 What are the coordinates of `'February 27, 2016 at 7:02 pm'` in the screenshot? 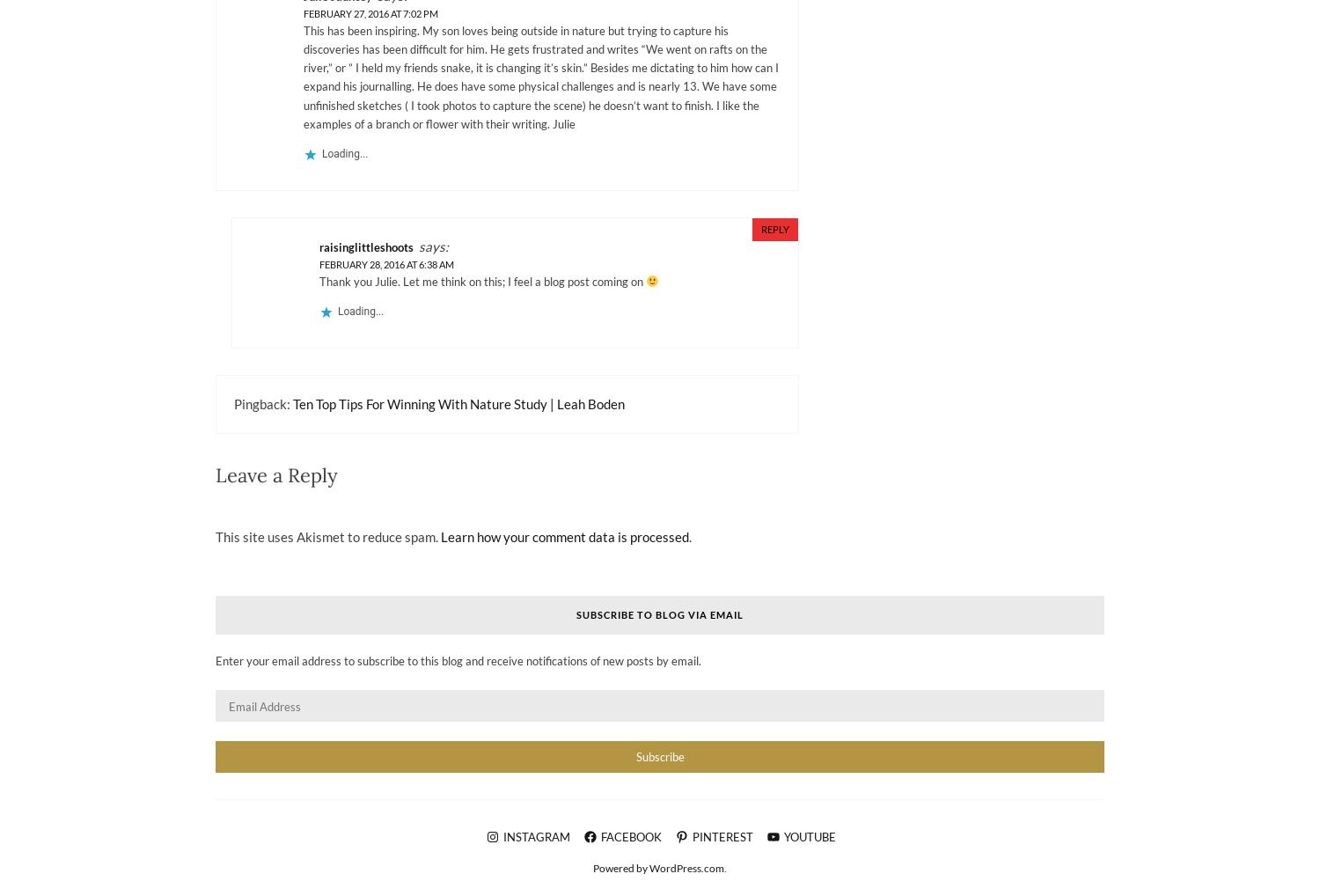 It's located at (370, 12).